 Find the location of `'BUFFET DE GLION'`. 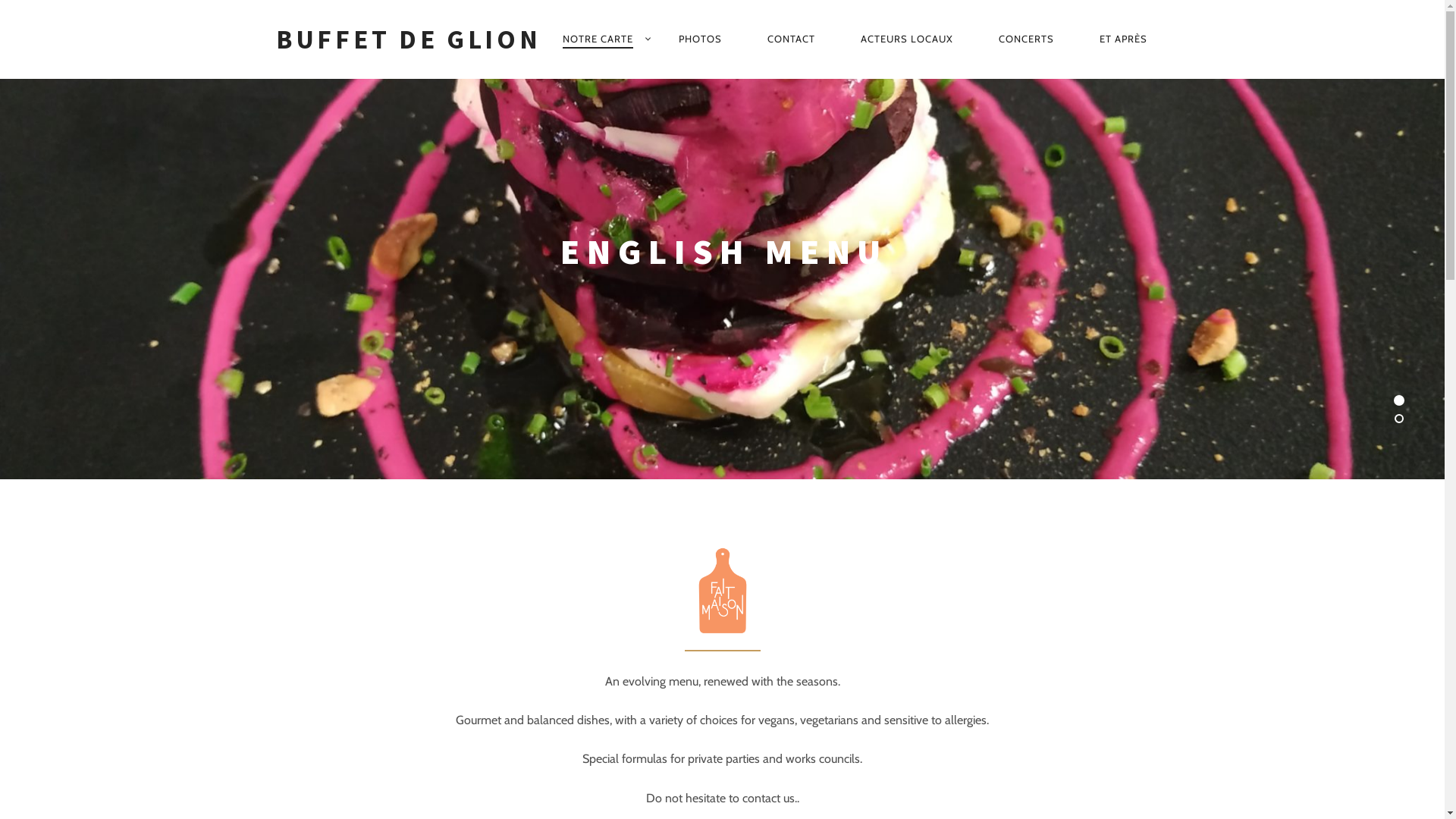

'BUFFET DE GLION' is located at coordinates (408, 38).